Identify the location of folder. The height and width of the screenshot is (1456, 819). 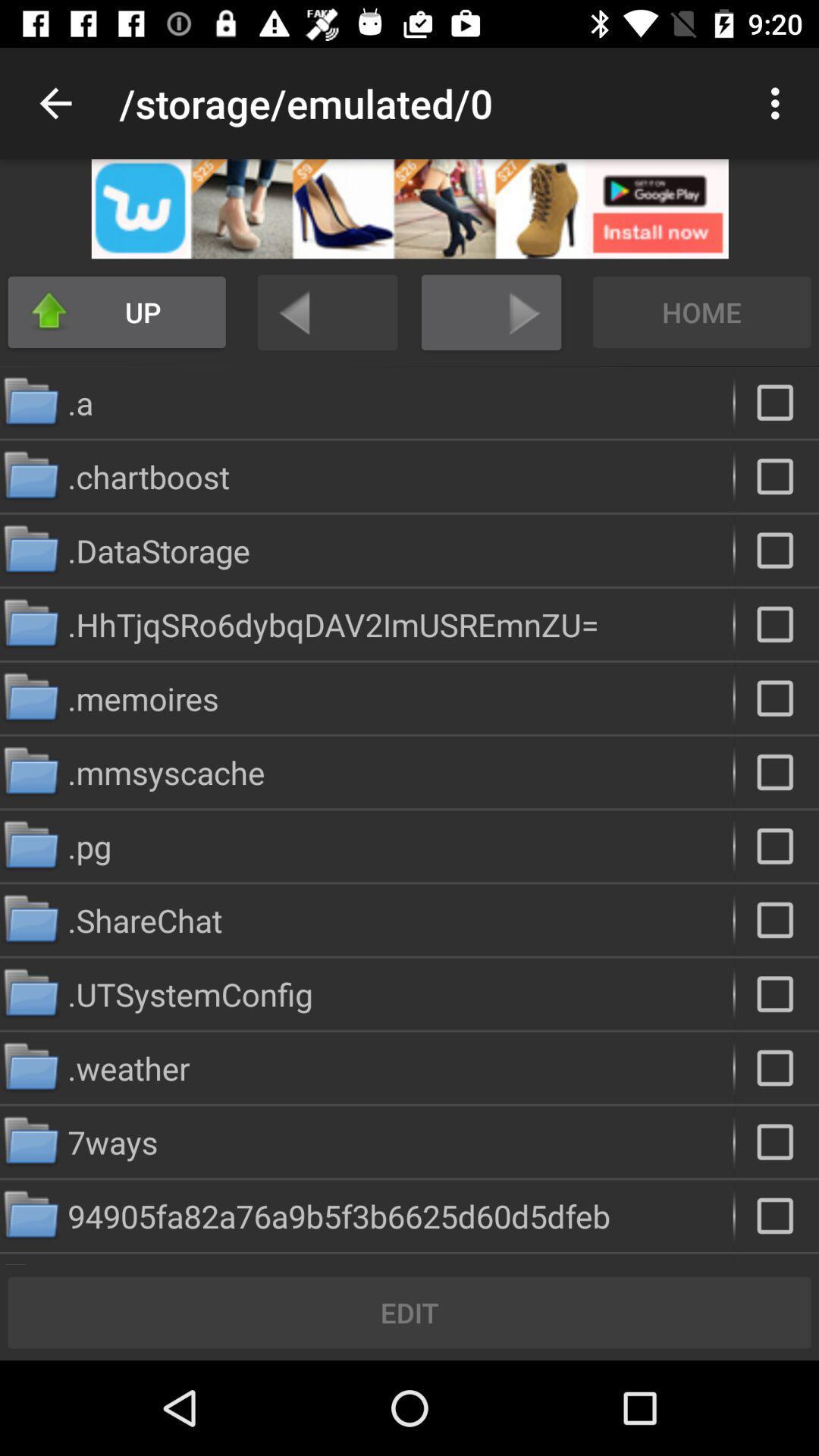
(777, 772).